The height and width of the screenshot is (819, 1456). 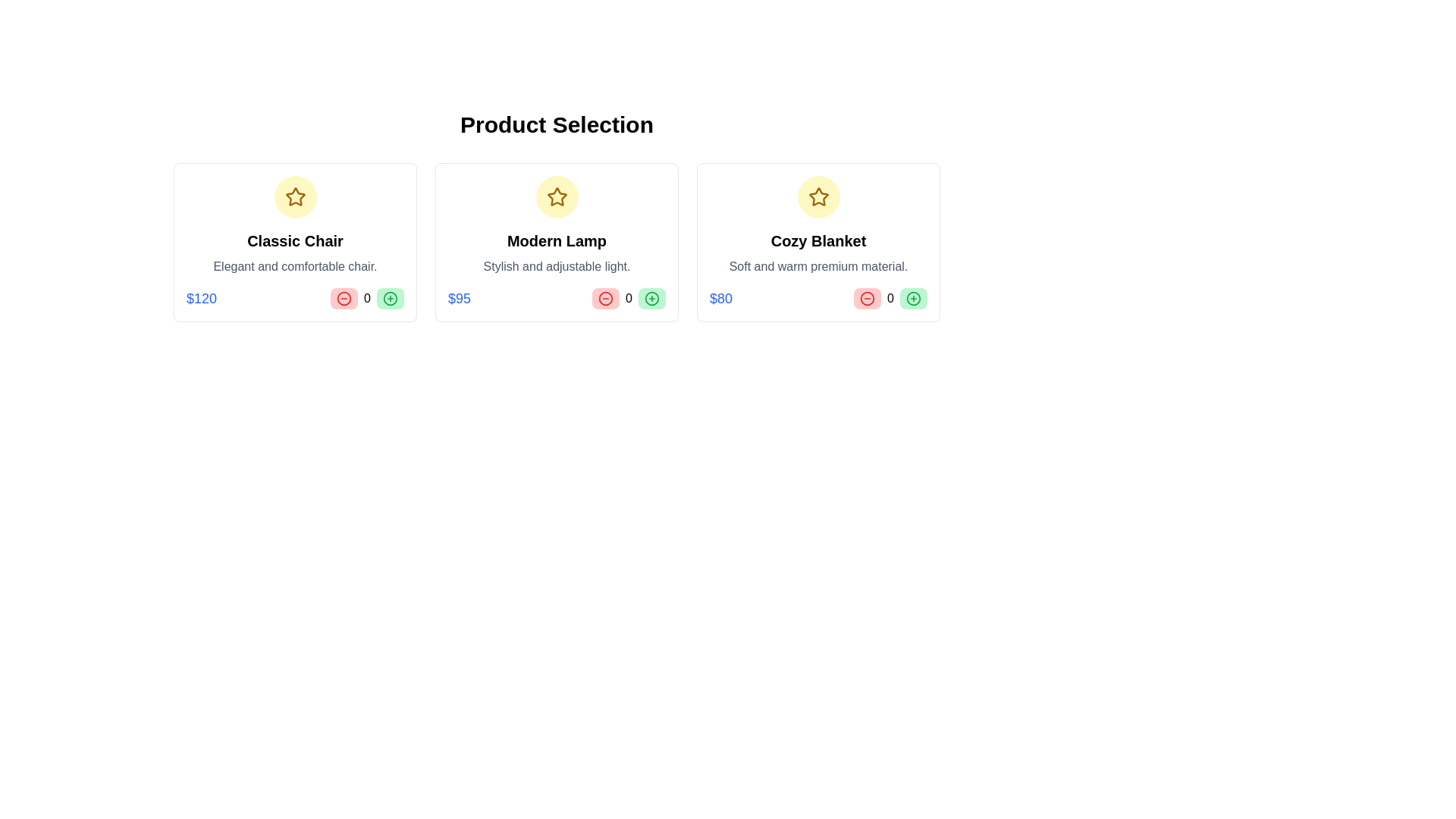 I want to click on the decorative icon symbolizing the favorite status for the 'Modern Lamp' product, so click(x=556, y=196).